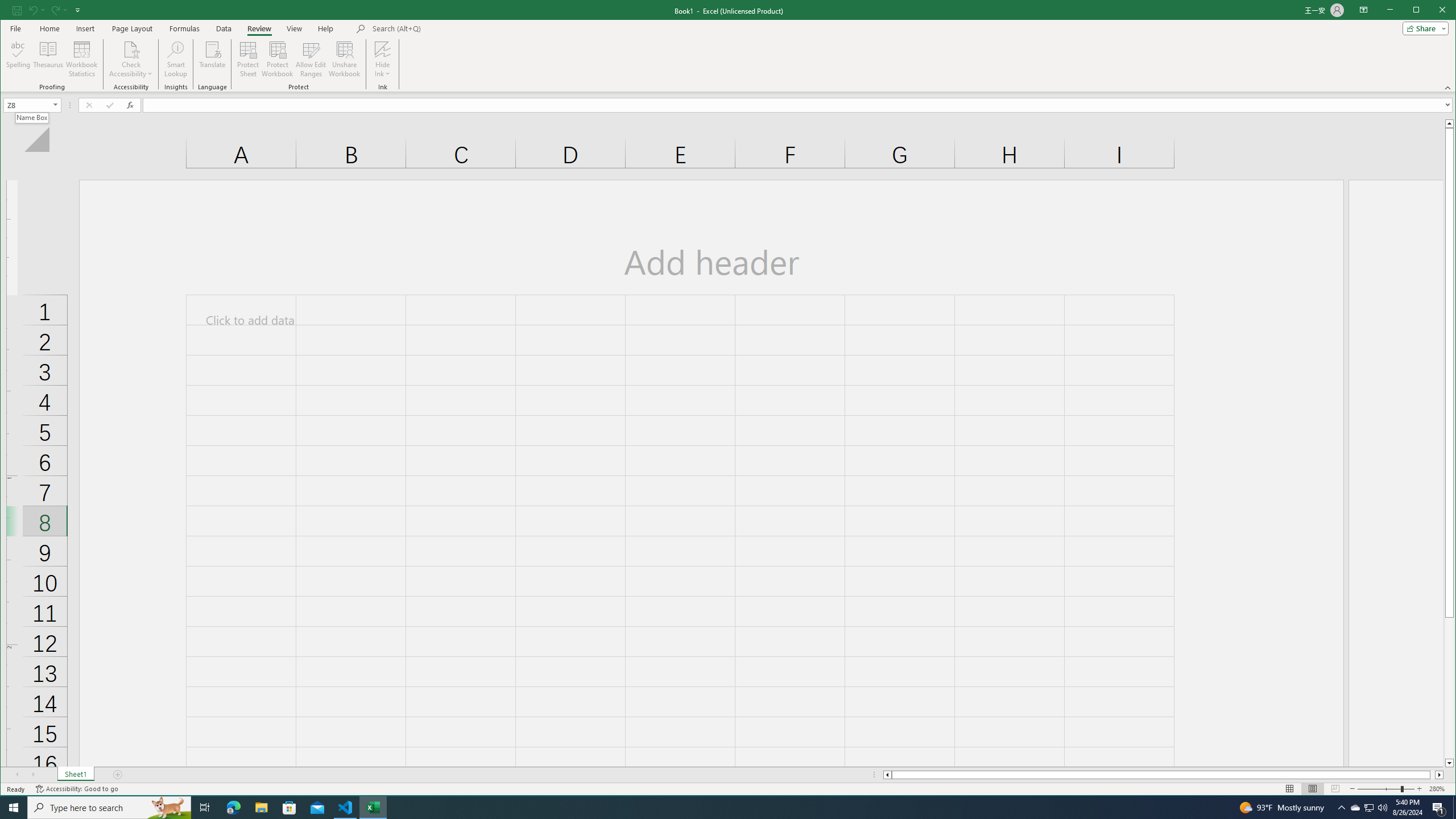 Image resolution: width=1456 pixels, height=819 pixels. I want to click on 'Action Center, 1 new notification', so click(1439, 806).